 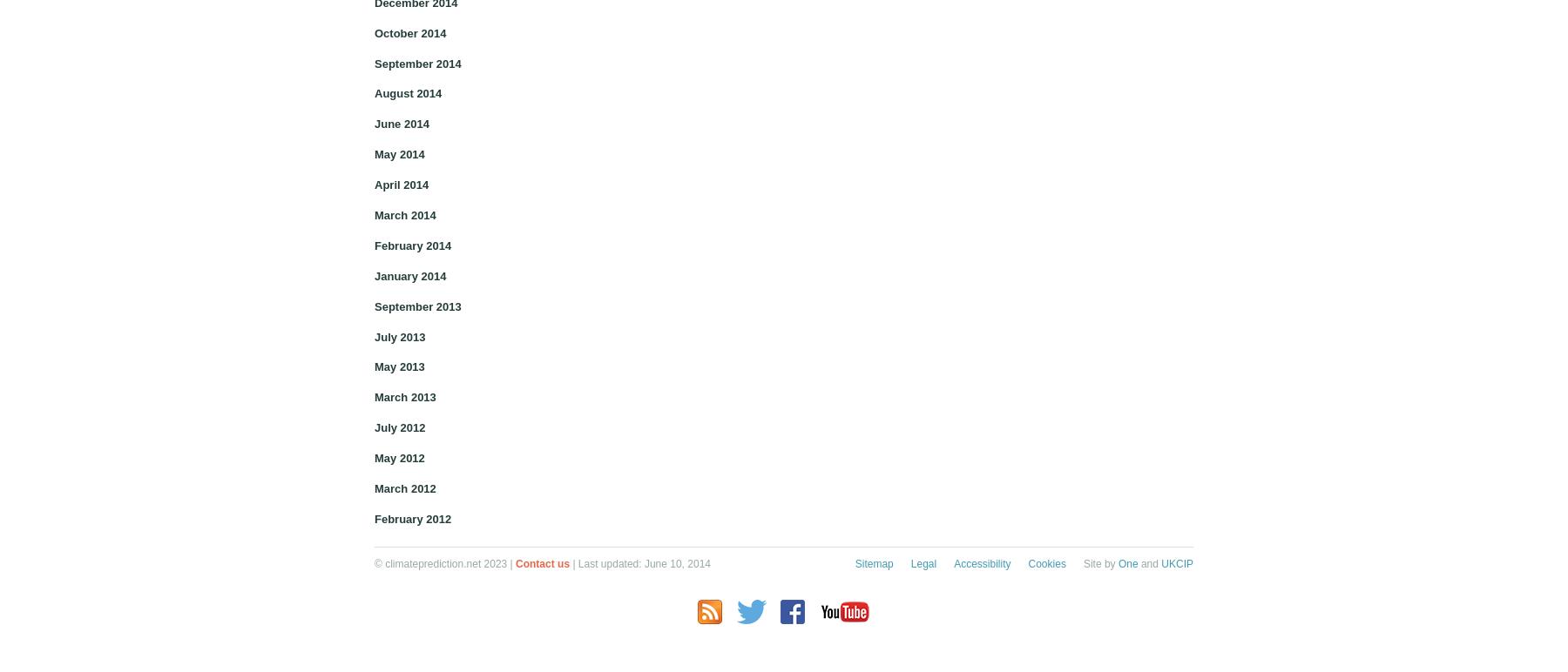 What do you see at coordinates (403, 397) in the screenshot?
I see `'March 2013'` at bounding box center [403, 397].